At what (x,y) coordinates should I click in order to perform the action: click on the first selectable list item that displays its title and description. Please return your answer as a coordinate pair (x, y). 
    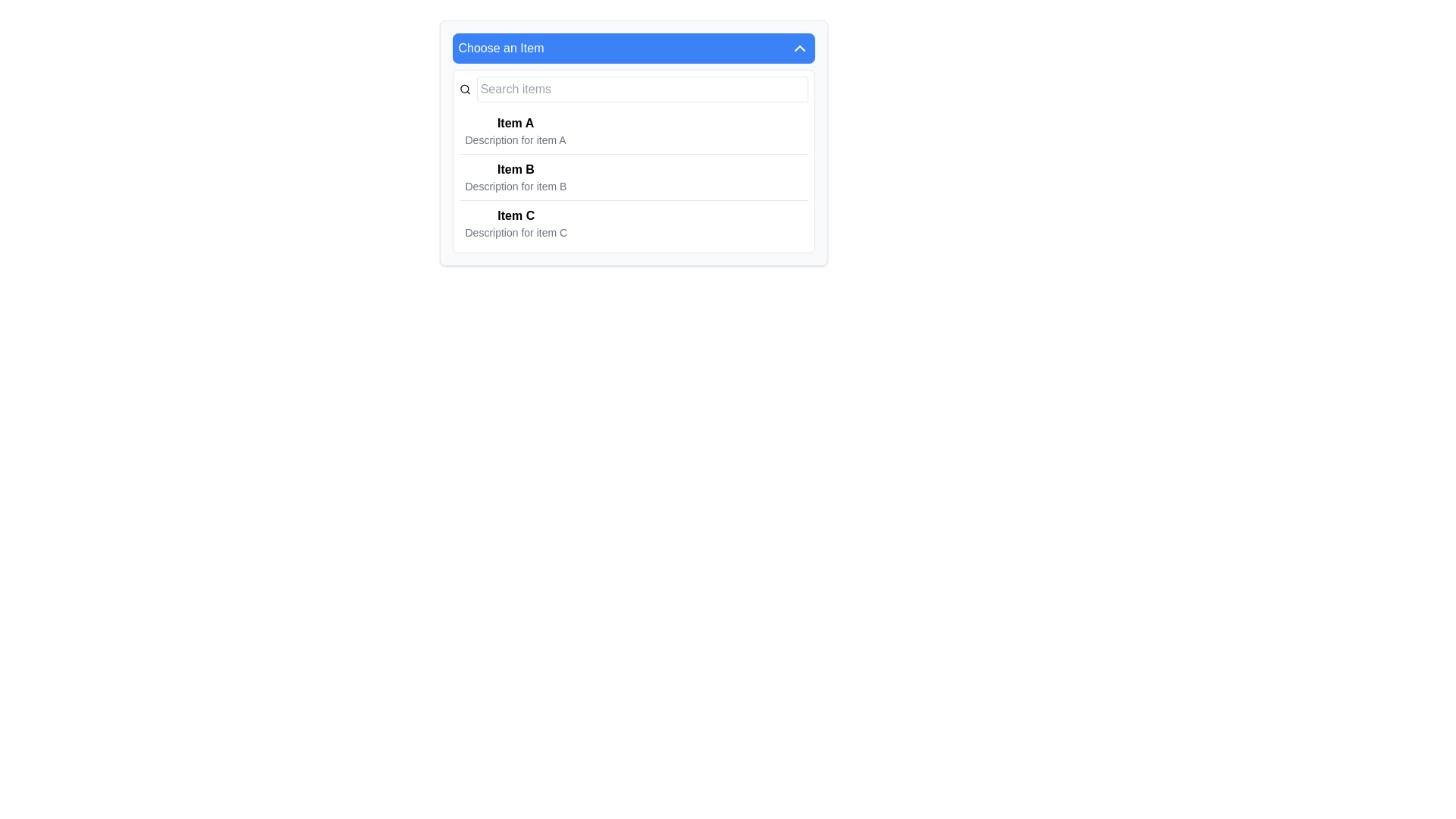
    Looking at the image, I should click on (516, 130).